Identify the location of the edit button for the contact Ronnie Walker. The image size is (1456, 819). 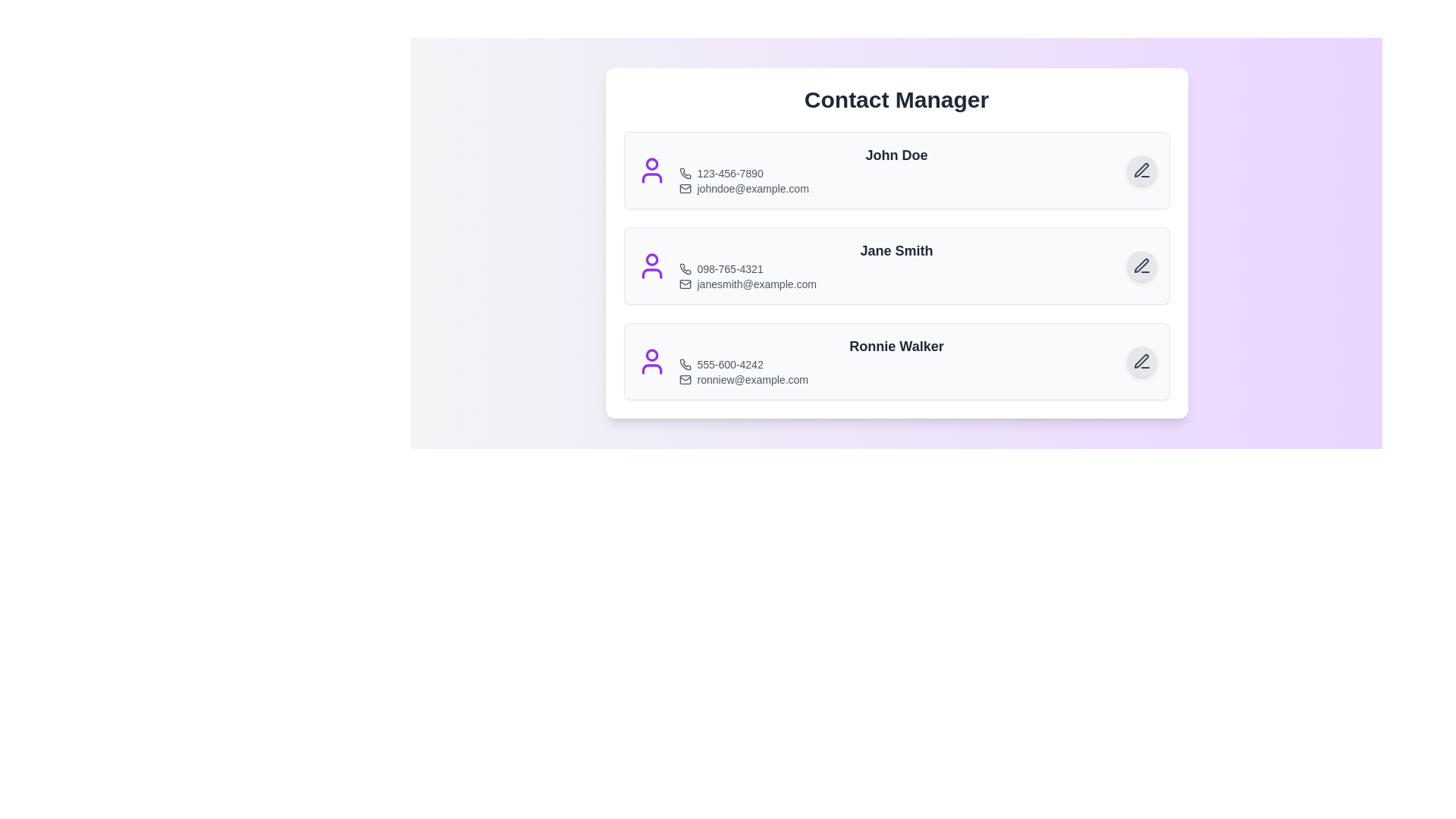
(1141, 362).